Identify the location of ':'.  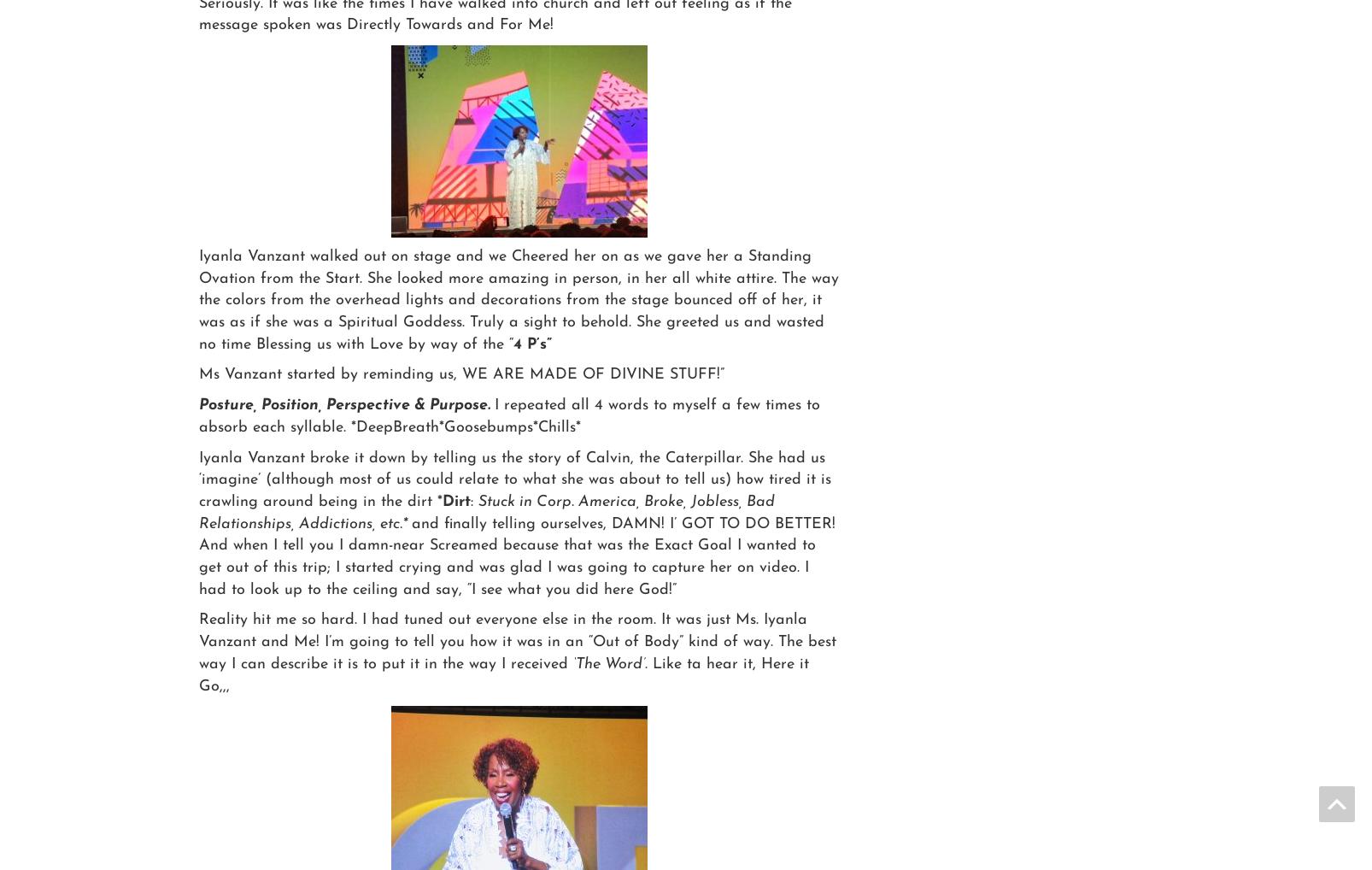
(473, 501).